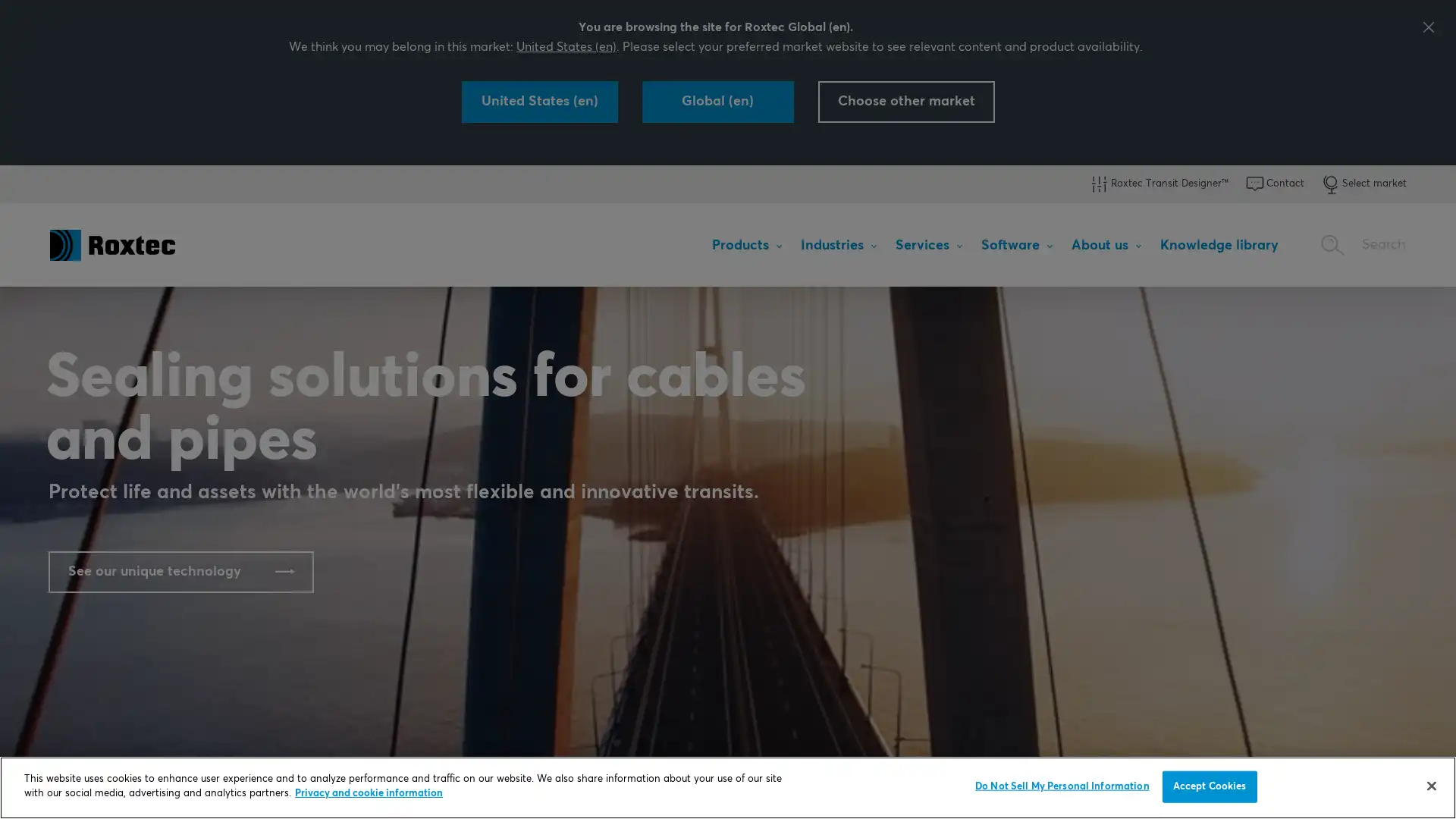 The image size is (1456, 819). What do you see at coordinates (1157, 184) in the screenshot?
I see `Roxtec Transit DesignerTM` at bounding box center [1157, 184].